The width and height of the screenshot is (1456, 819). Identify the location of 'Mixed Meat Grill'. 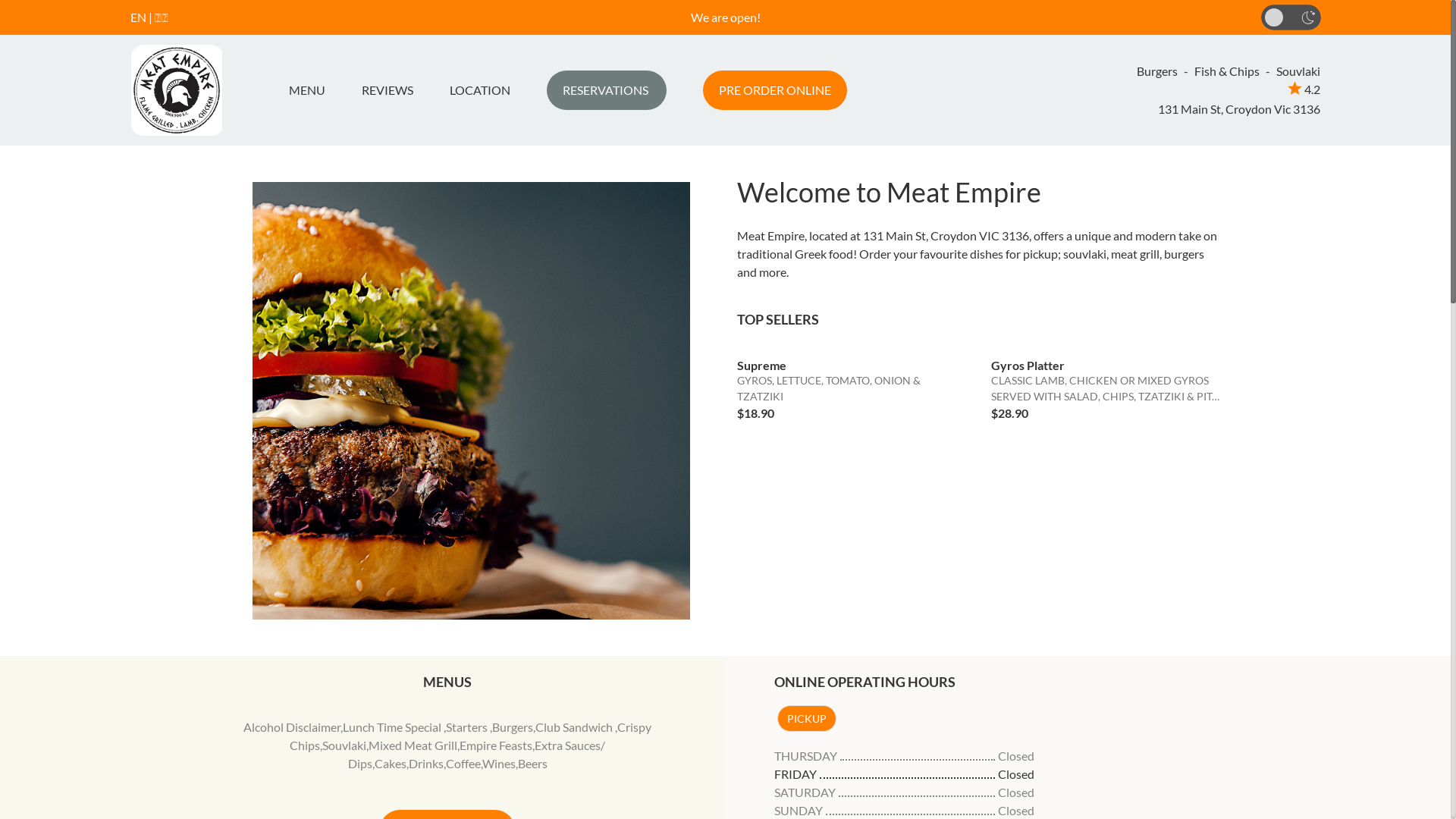
(368, 744).